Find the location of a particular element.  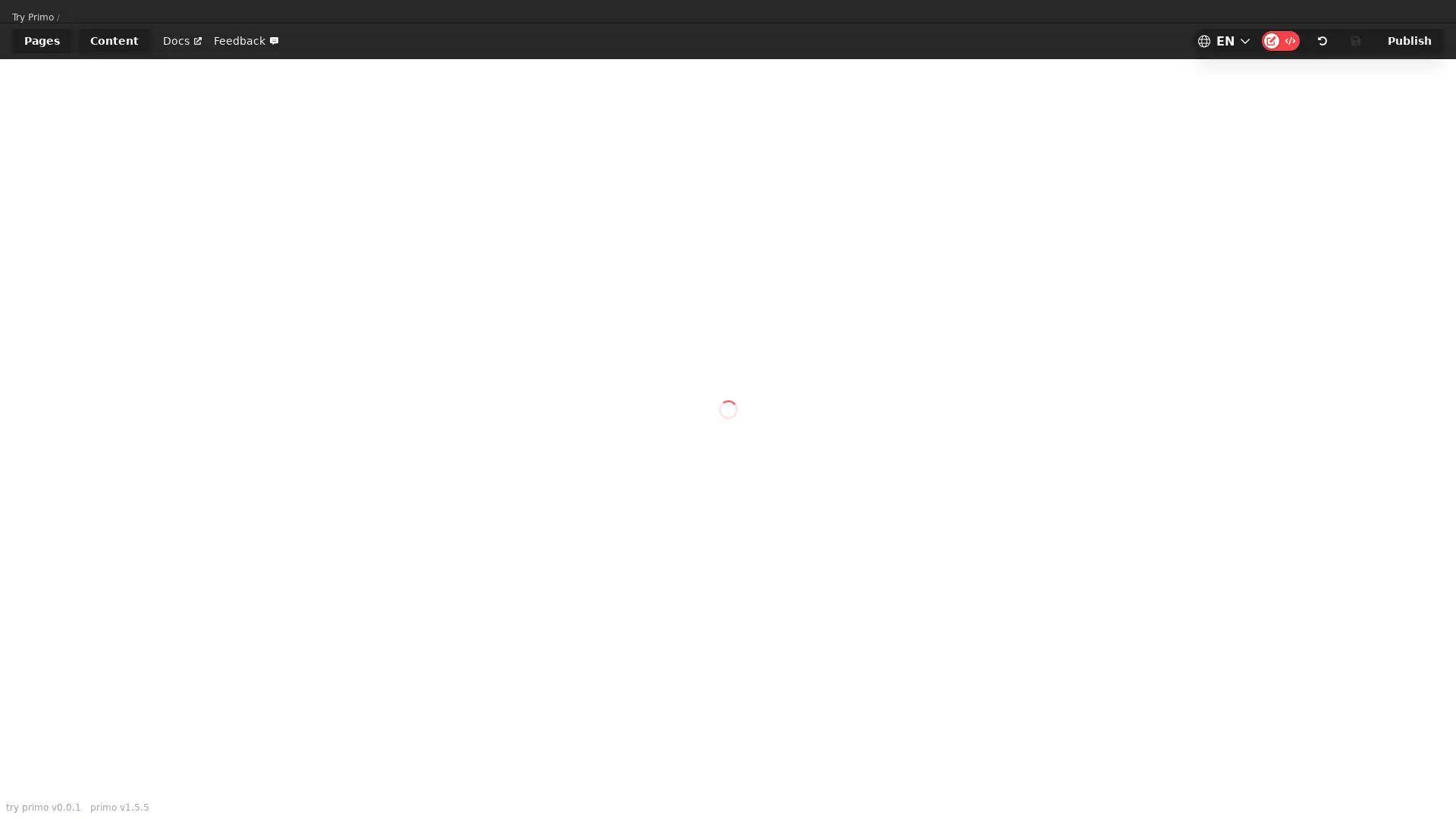

Pages is located at coordinates (42, 40).